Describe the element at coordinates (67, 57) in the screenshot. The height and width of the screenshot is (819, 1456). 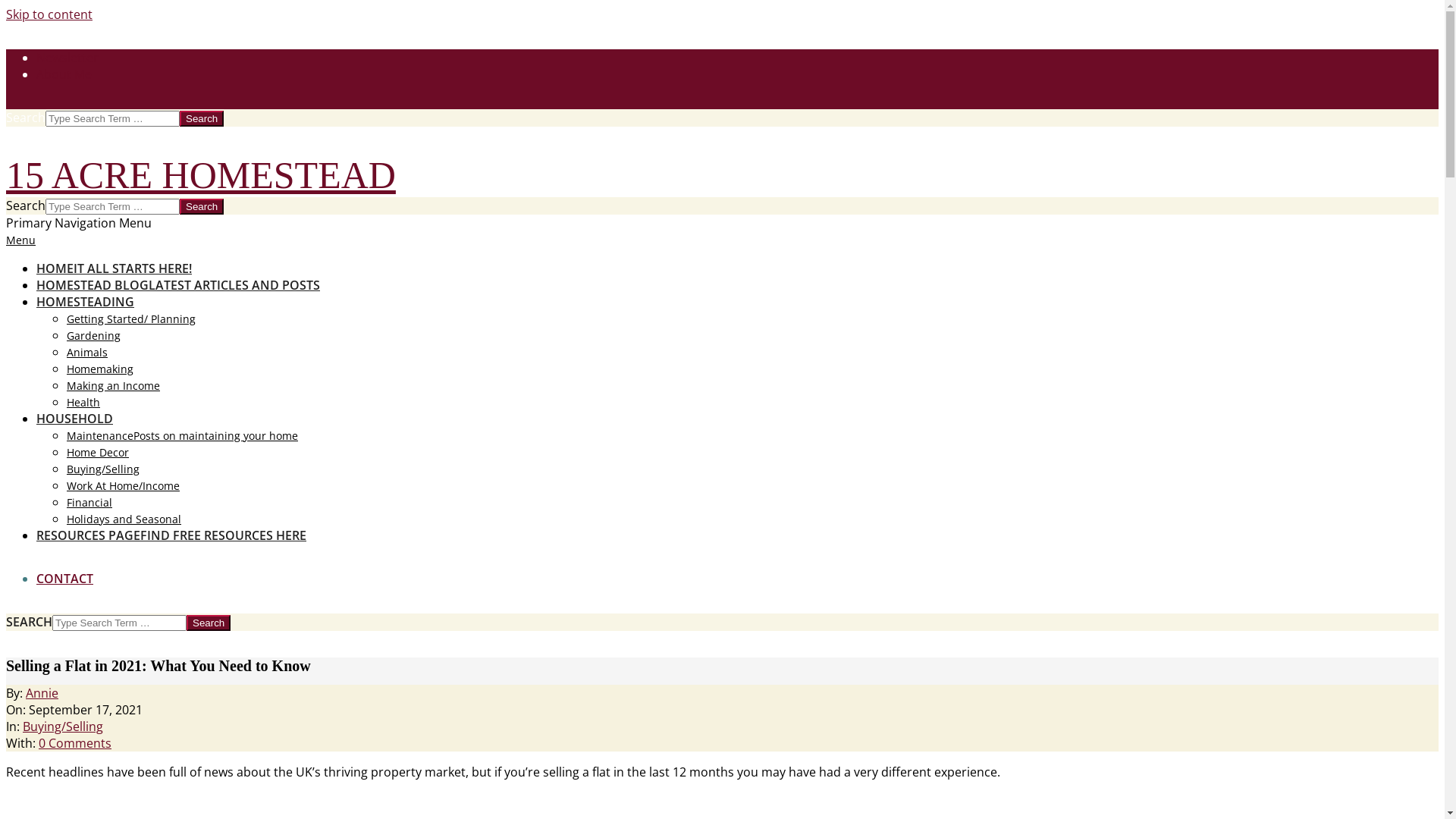
I see `'Newsletter'` at that location.